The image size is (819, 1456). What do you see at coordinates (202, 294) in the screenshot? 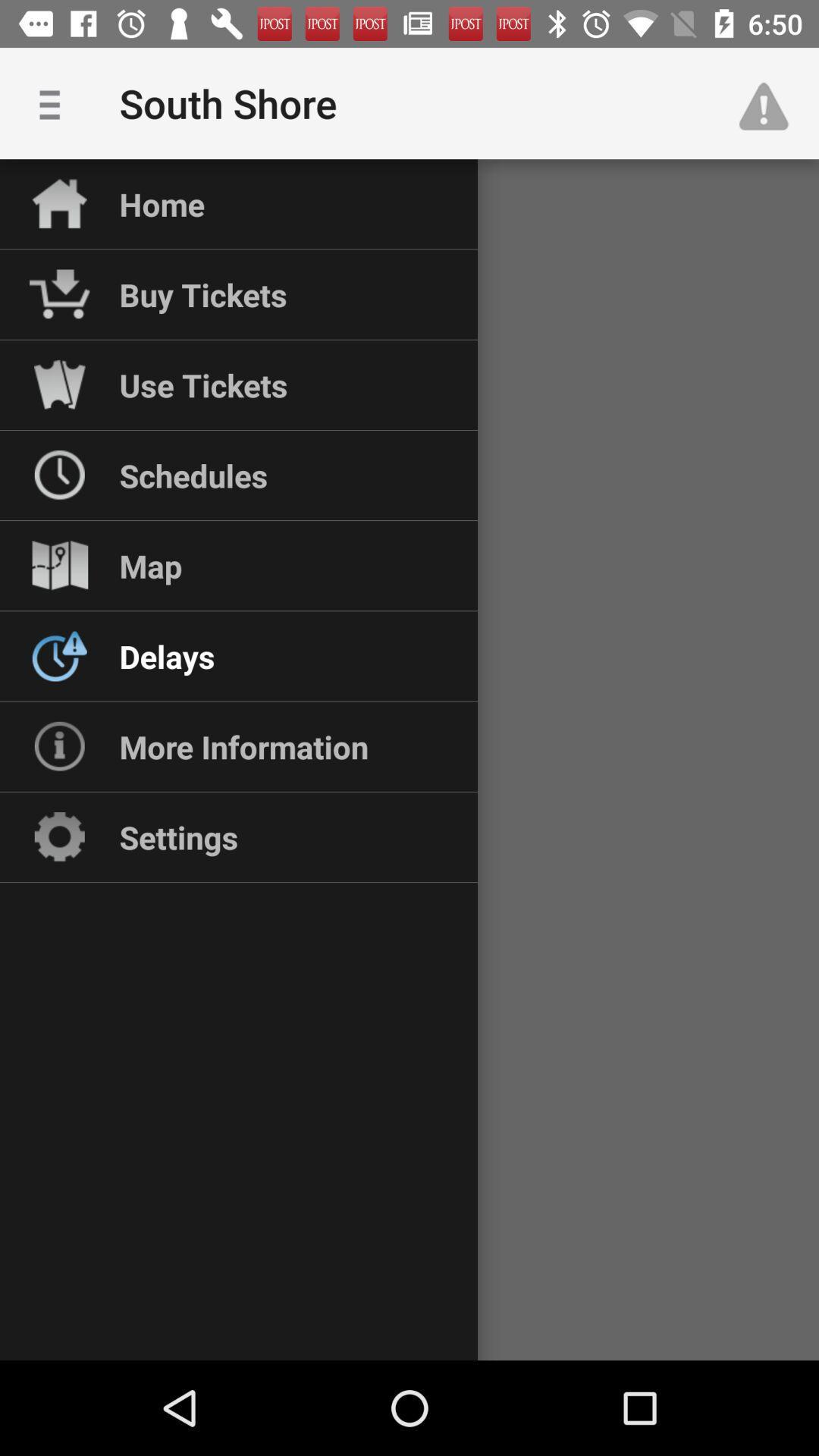
I see `the buy tickets item` at bounding box center [202, 294].